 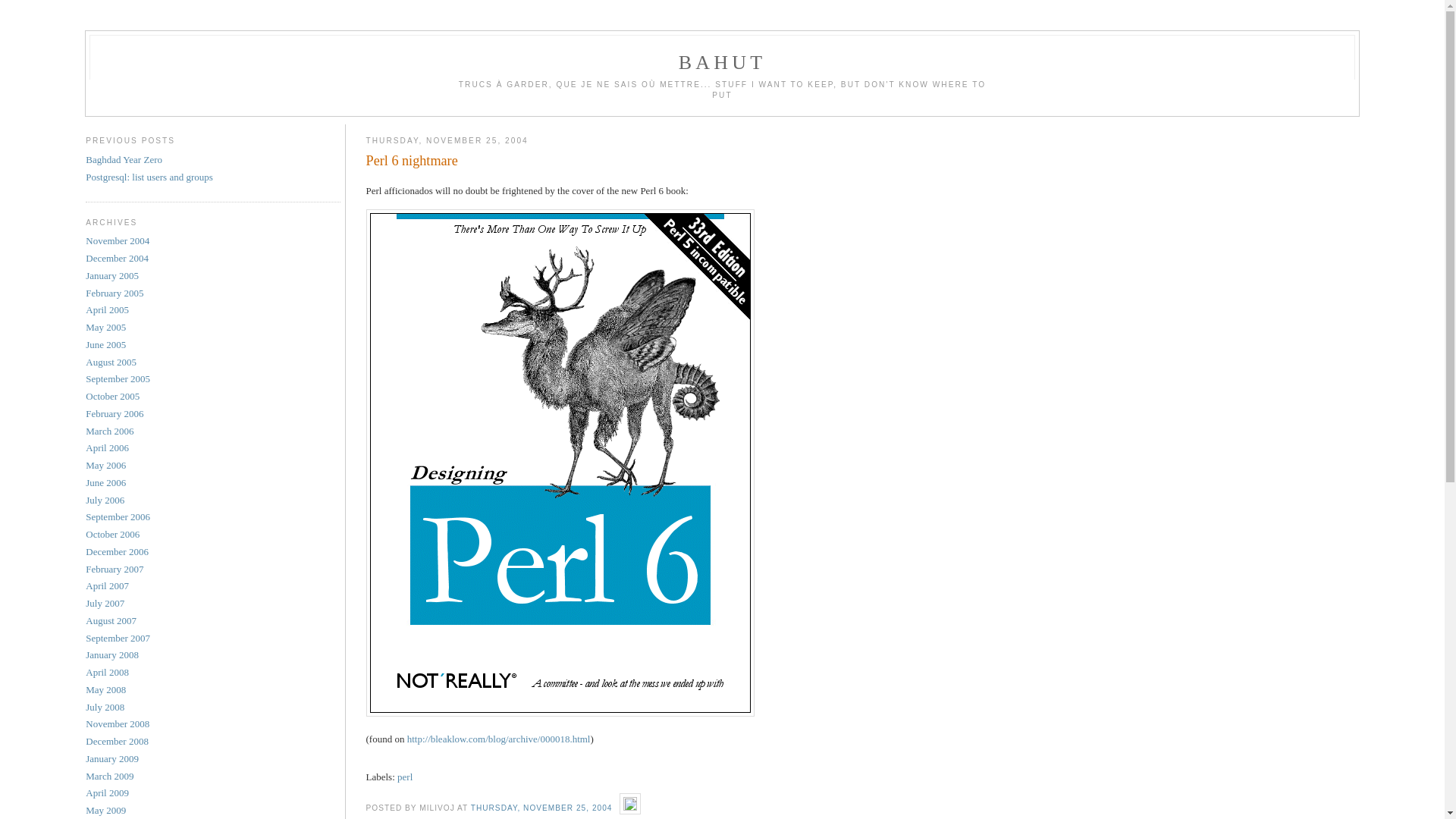 I want to click on 'Baghdad Year Zero', so click(x=124, y=159).